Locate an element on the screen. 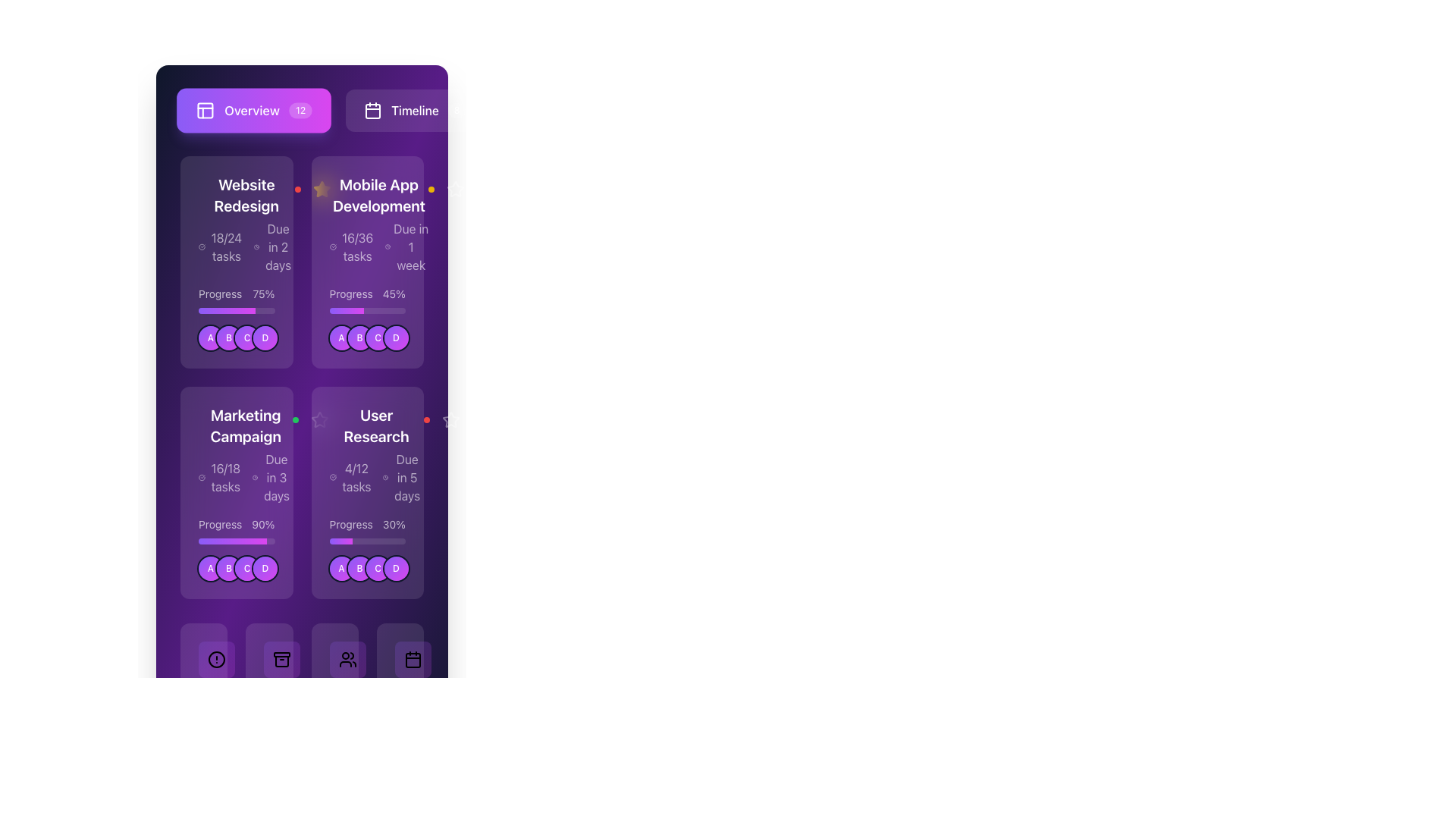  the navigational button located to the right of the 'Overview' button is located at coordinates (415, 110).